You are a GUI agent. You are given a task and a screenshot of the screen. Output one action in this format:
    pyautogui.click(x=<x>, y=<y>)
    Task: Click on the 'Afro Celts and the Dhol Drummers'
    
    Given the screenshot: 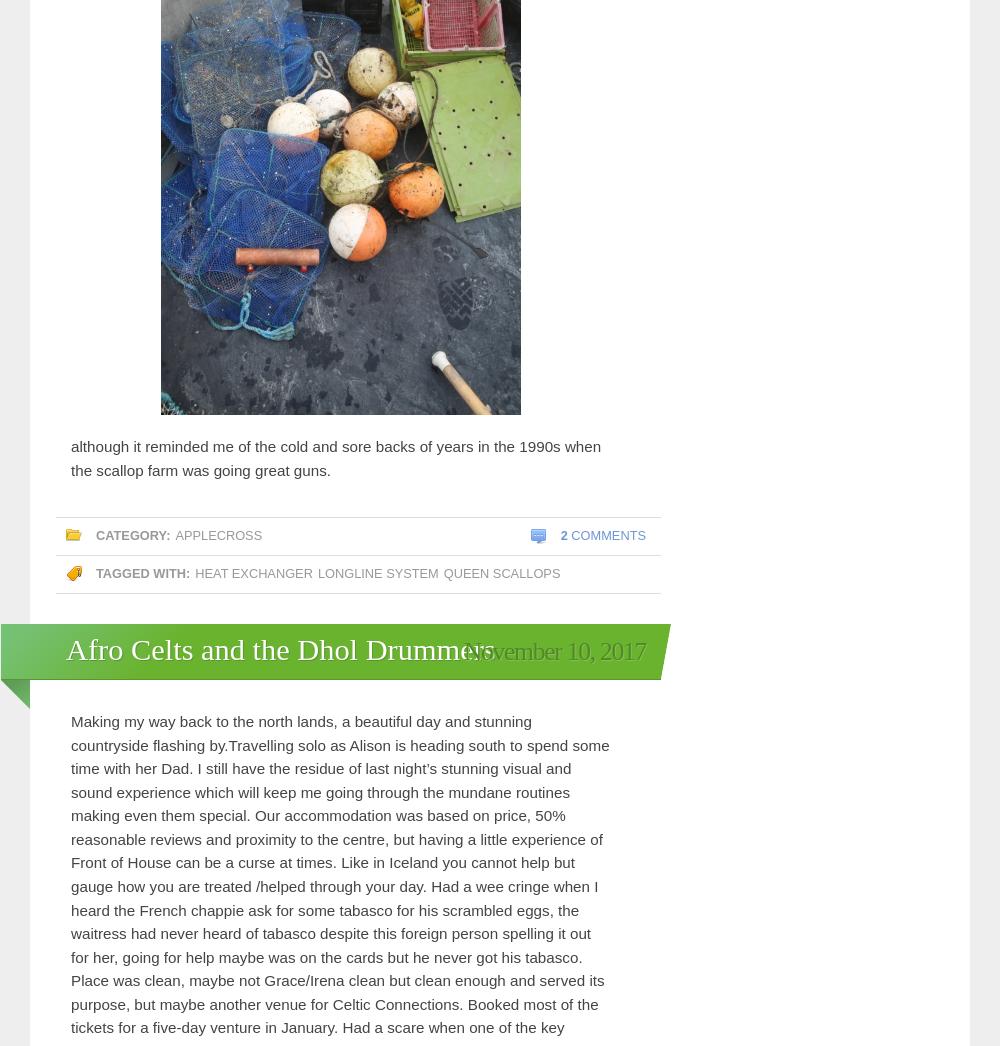 What is the action you would take?
    pyautogui.click(x=280, y=648)
    